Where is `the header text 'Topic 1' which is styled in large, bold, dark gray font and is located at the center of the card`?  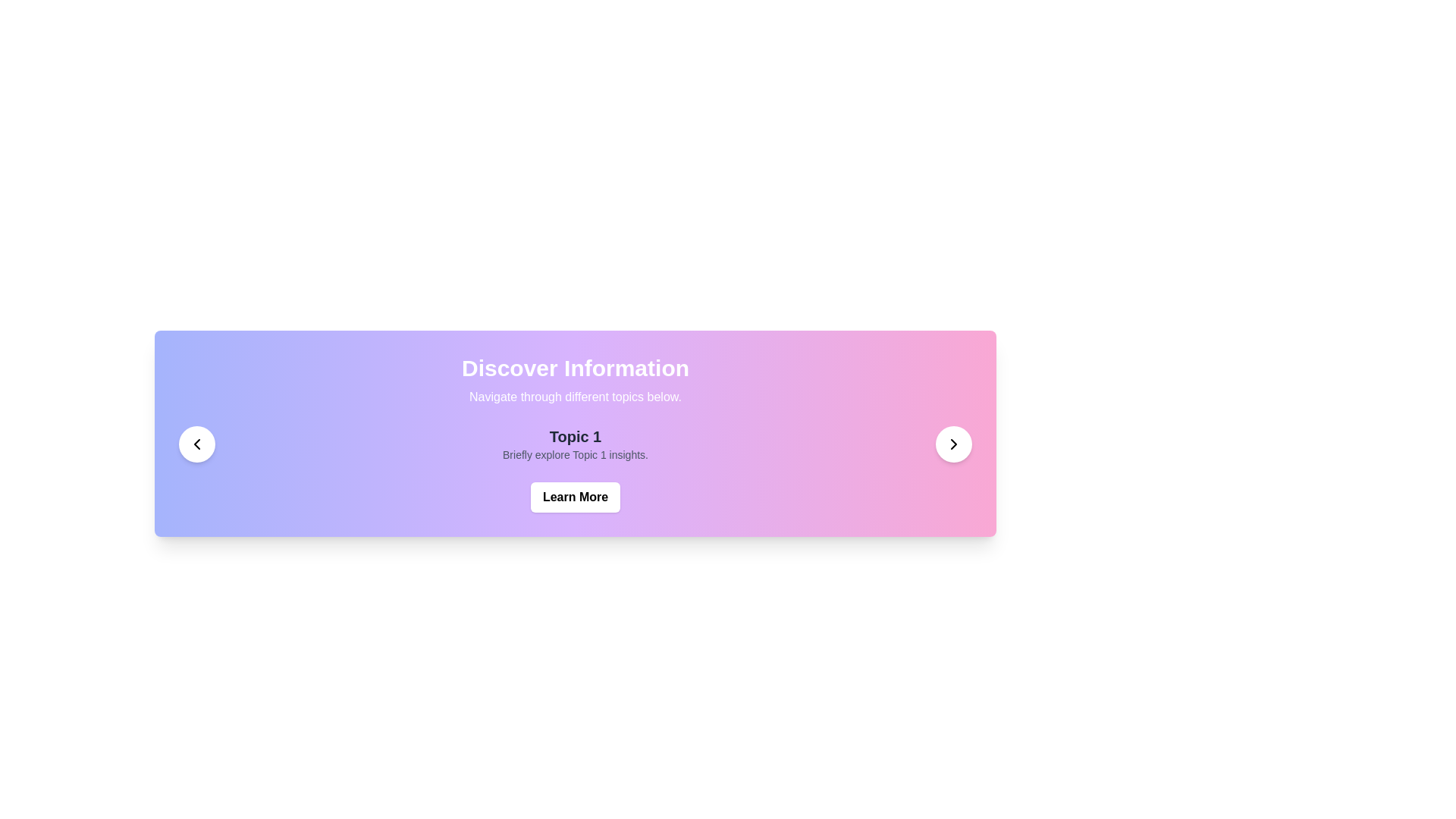
the header text 'Topic 1' which is styled in large, bold, dark gray font and is located at the center of the card is located at coordinates (574, 436).